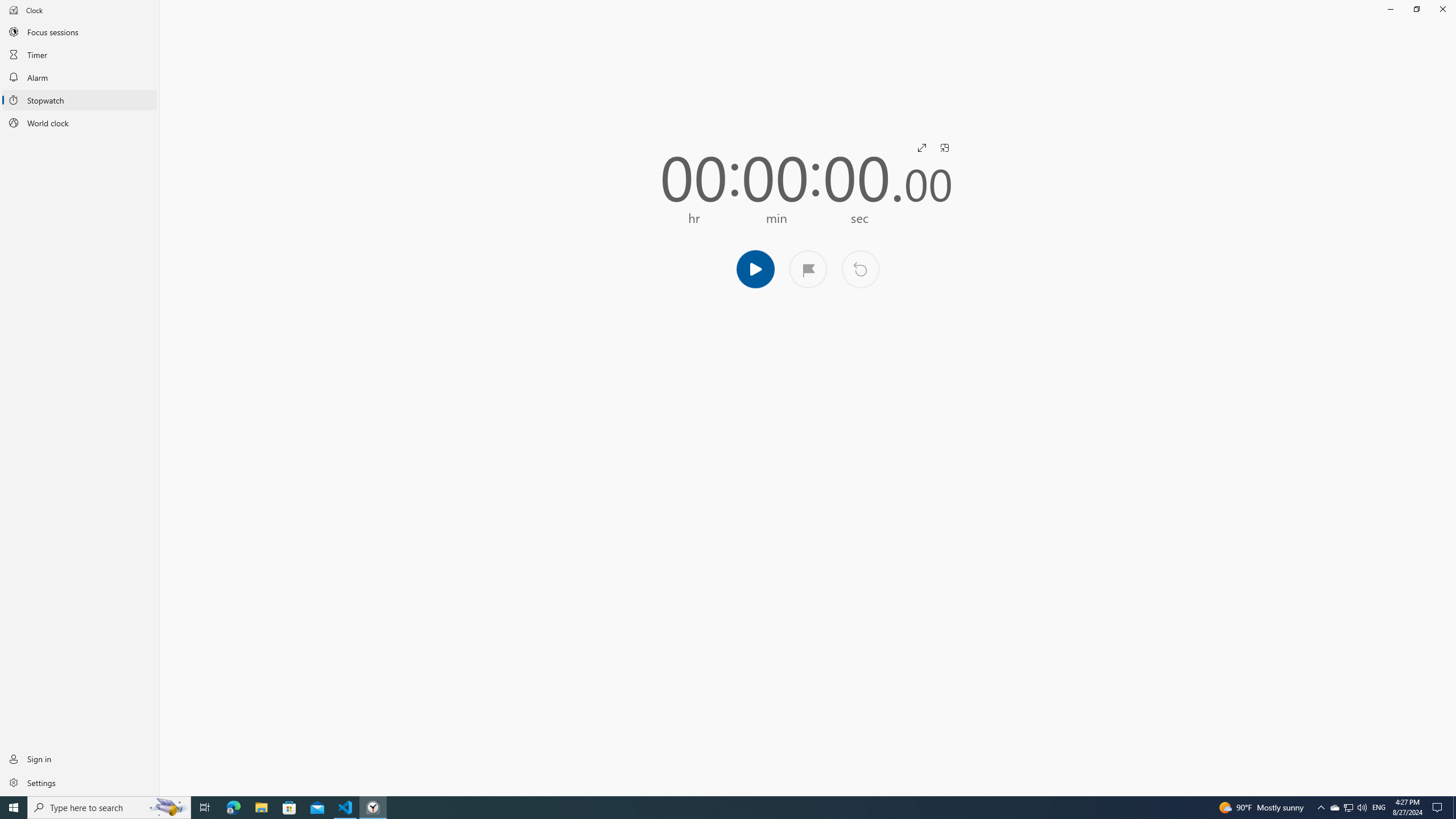 The height and width of the screenshot is (819, 1456). Describe the element at coordinates (79, 100) in the screenshot. I see `'Stopwatch'` at that location.